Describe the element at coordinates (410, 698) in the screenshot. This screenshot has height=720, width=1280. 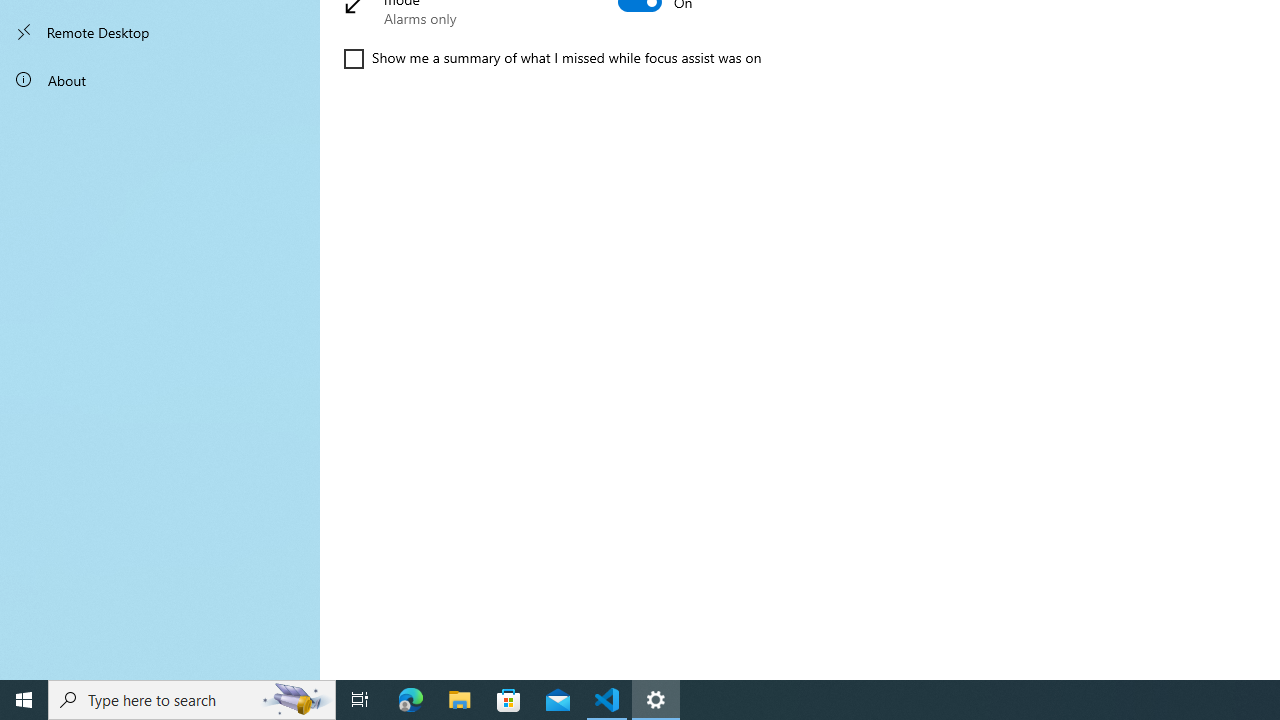
I see `'Microsoft Edge'` at that location.